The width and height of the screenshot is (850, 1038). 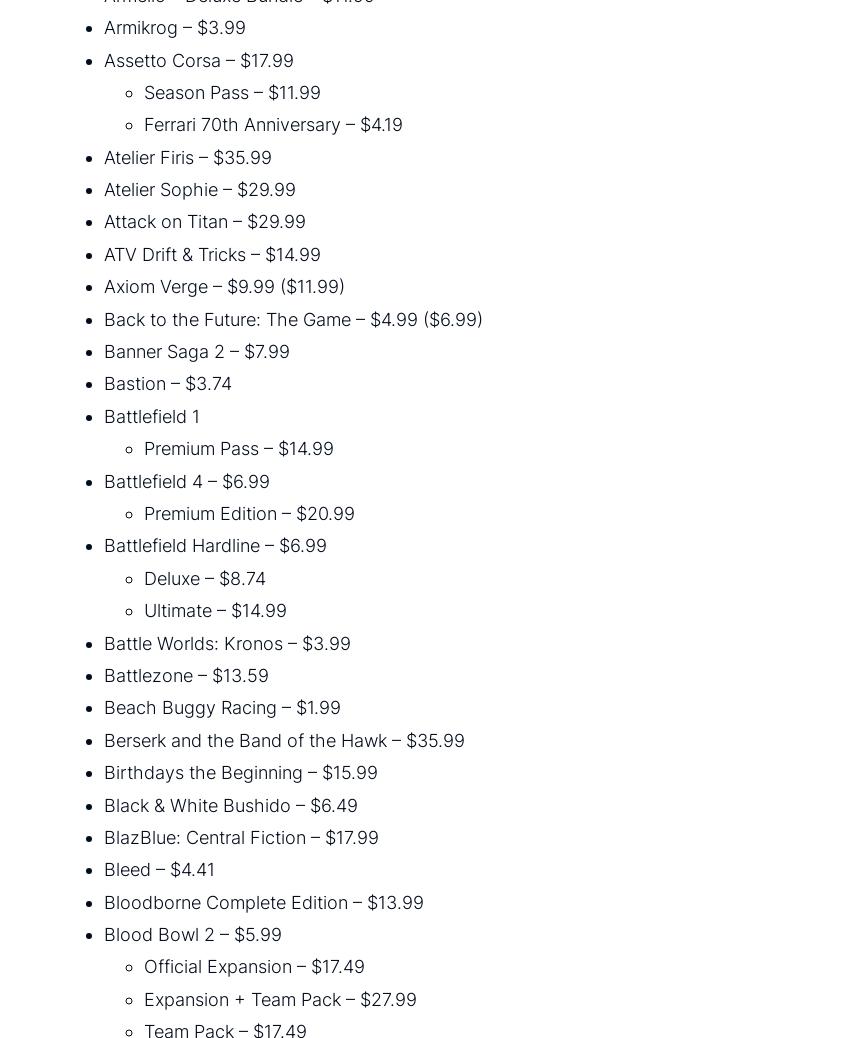 I want to click on 'AD Choices', so click(x=380, y=959).